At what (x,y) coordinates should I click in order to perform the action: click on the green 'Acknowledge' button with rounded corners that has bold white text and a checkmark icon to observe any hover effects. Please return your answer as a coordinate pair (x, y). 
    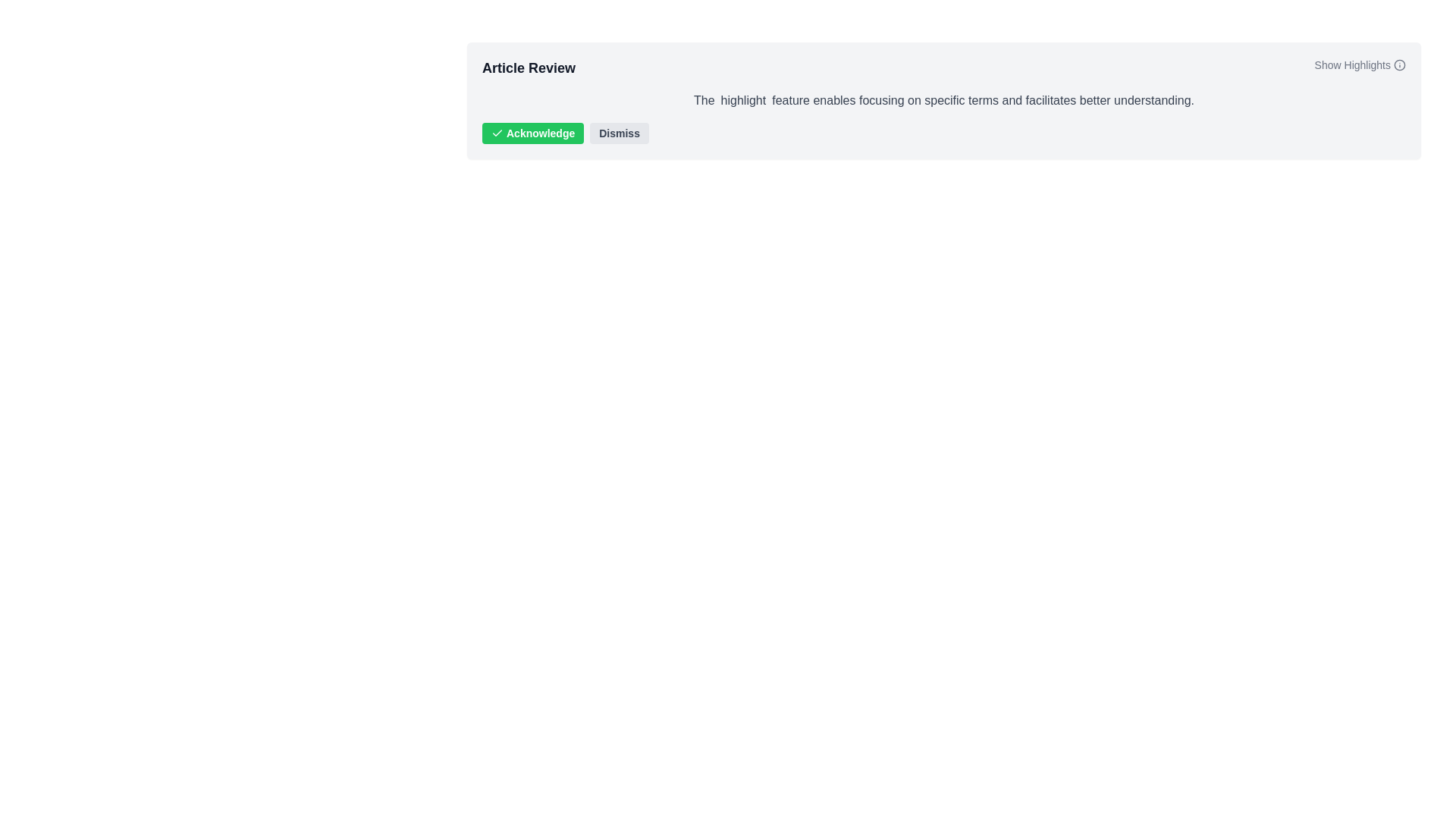
    Looking at the image, I should click on (533, 133).